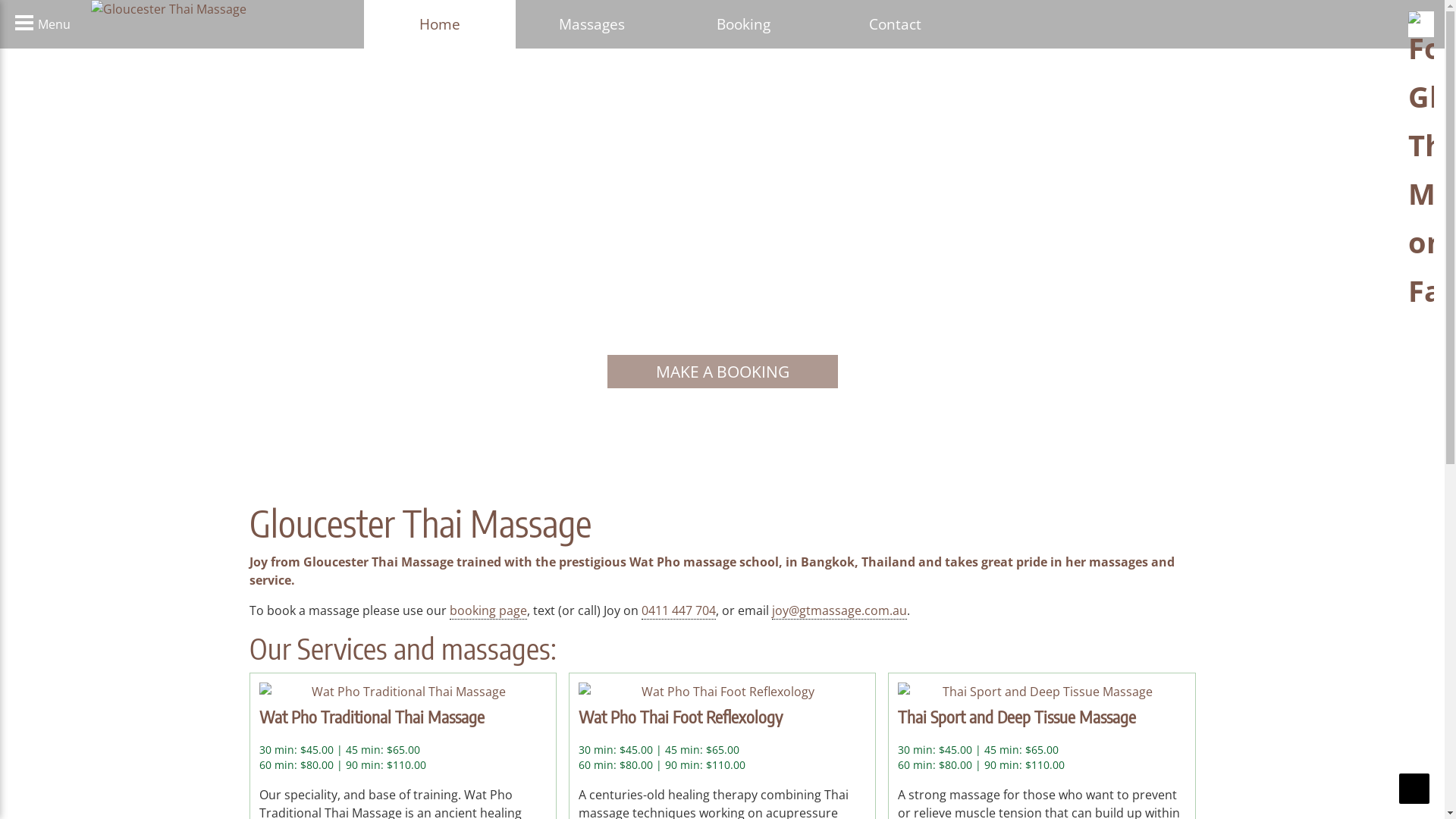 This screenshot has width=1456, height=819. What do you see at coordinates (721, 691) in the screenshot?
I see `'Wat Pho Thai Foot Reflexology'` at bounding box center [721, 691].